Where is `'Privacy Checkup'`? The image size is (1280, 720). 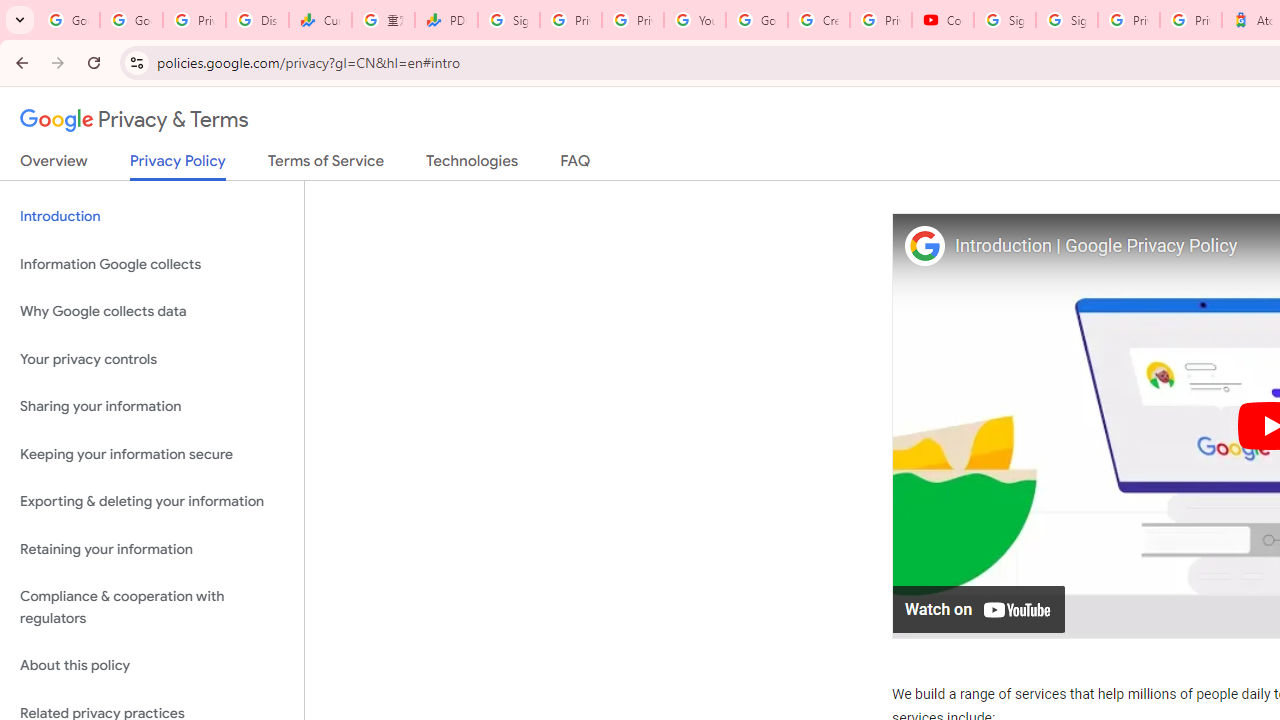 'Privacy Checkup' is located at coordinates (631, 20).